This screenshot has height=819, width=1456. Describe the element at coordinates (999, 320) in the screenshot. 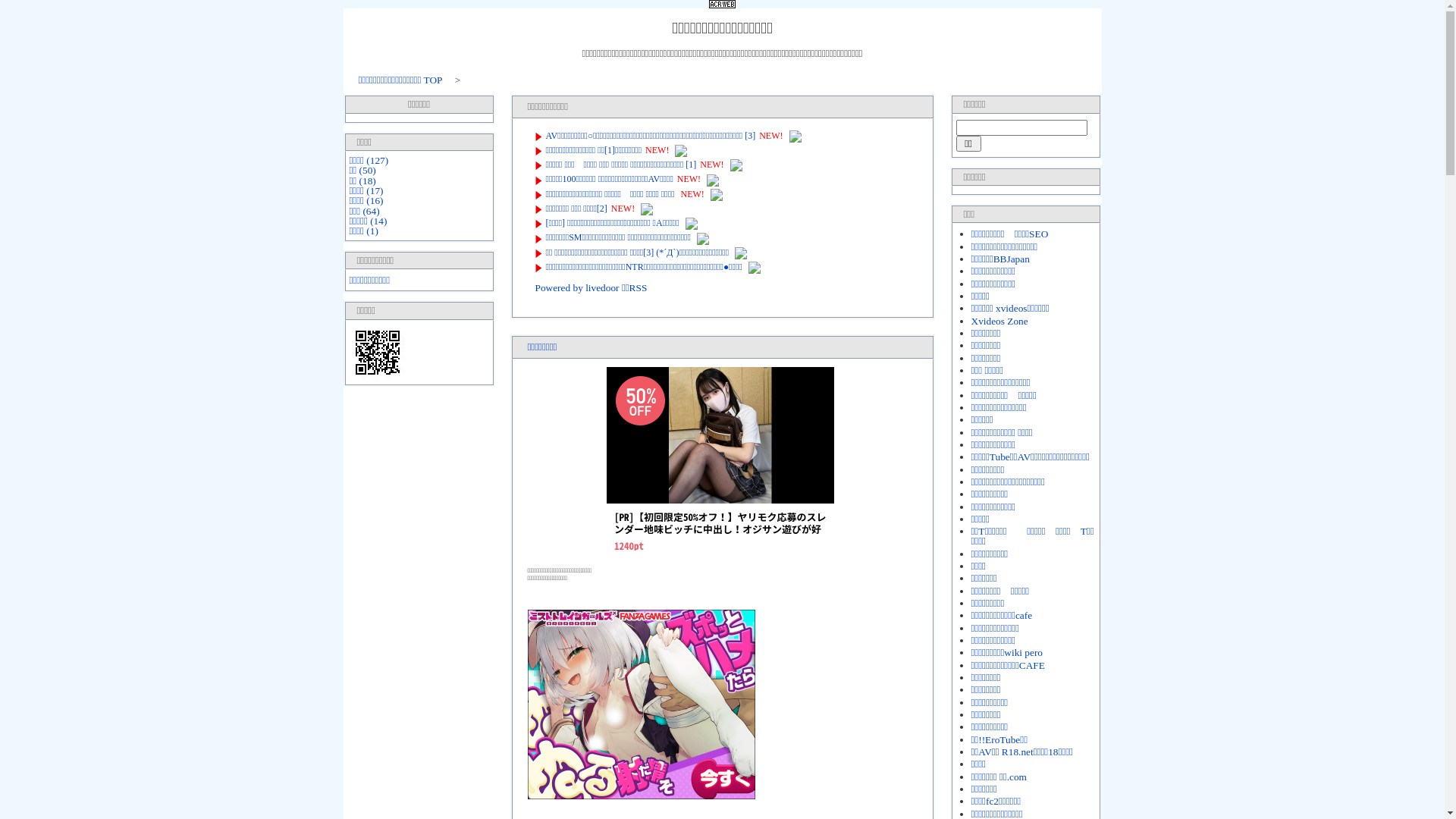

I see `'Xvideos Zone'` at that location.